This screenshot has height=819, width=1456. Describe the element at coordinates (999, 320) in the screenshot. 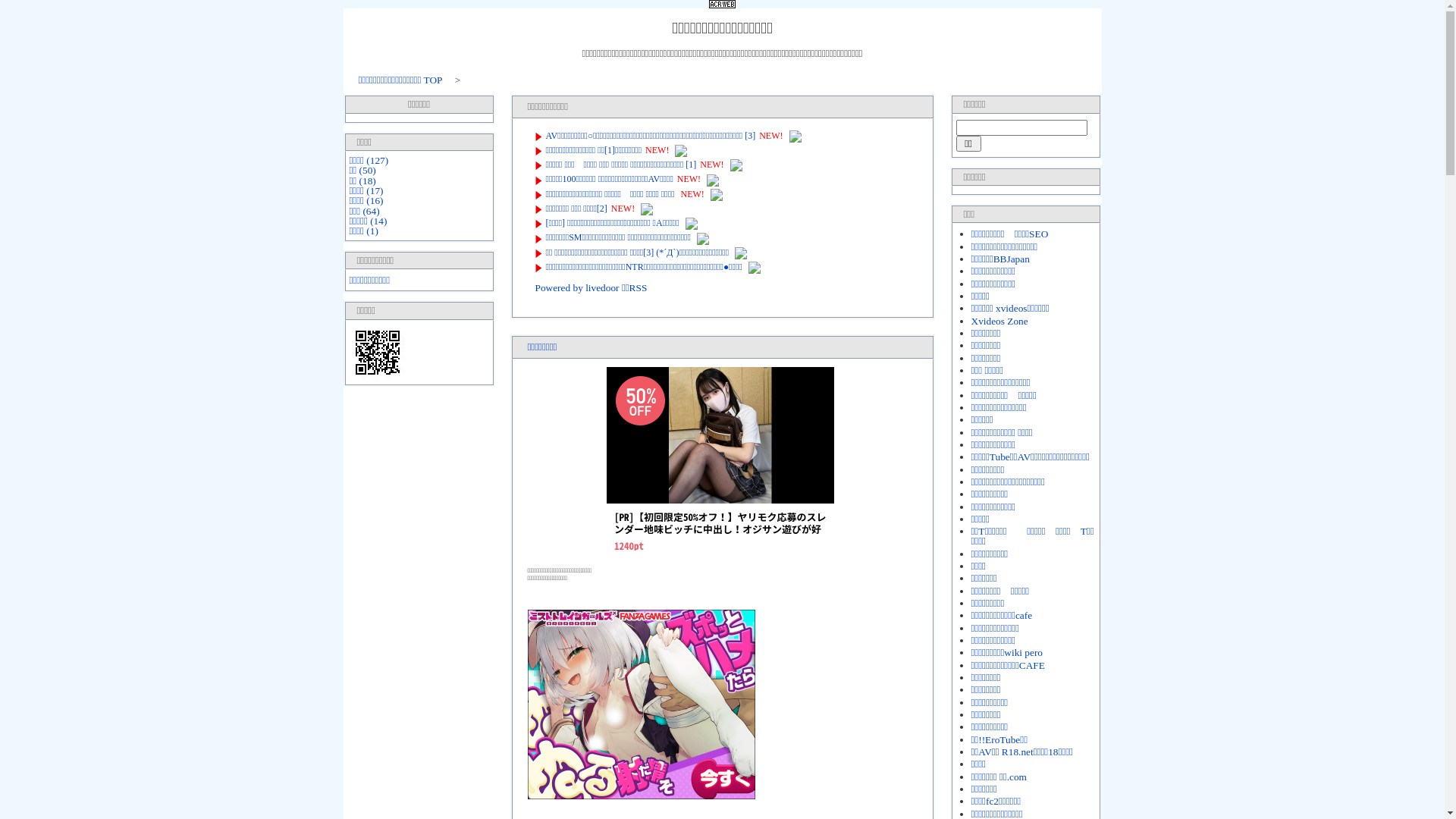

I see `'Xvideos Zone'` at that location.